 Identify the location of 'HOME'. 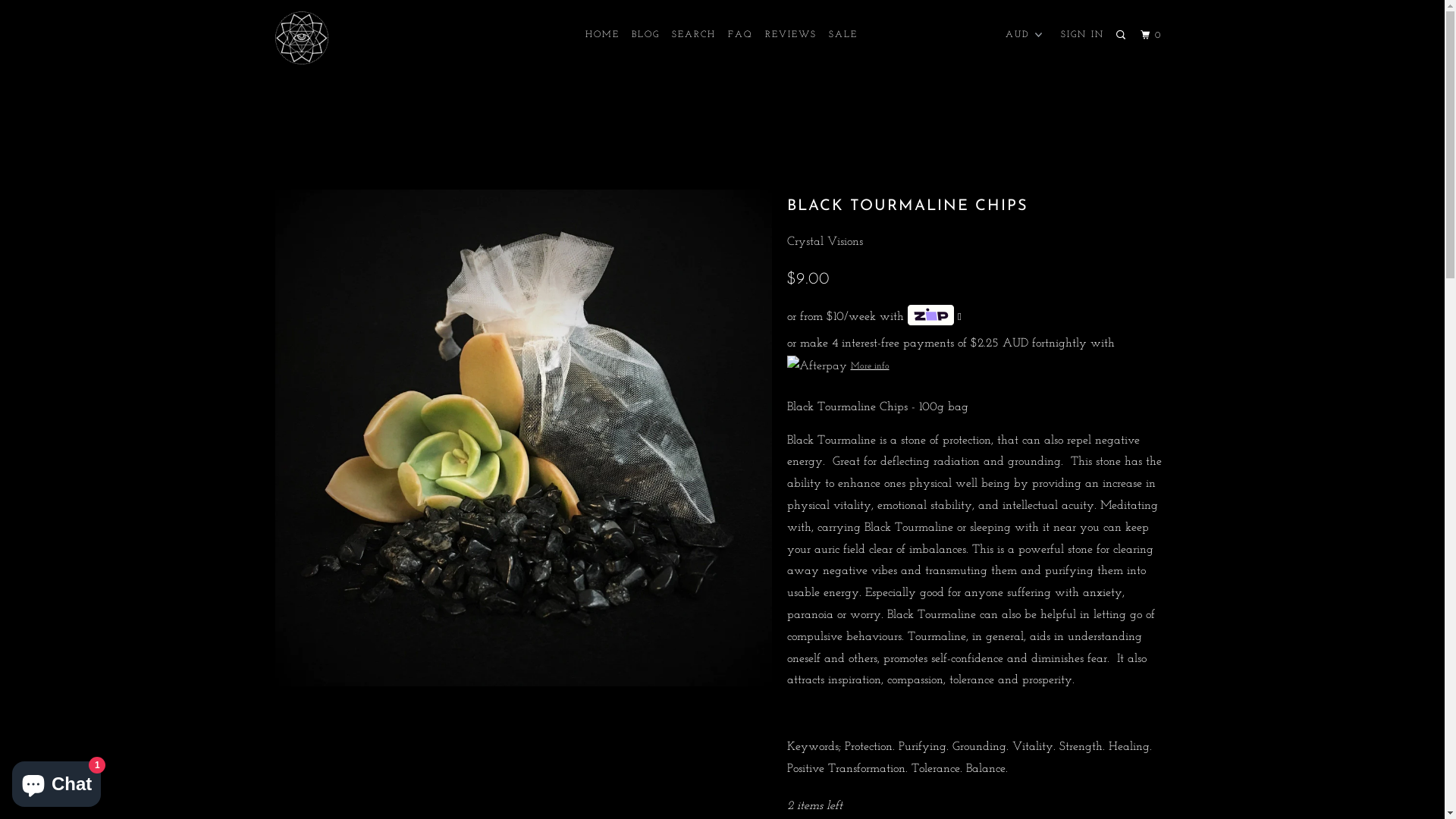
(601, 34).